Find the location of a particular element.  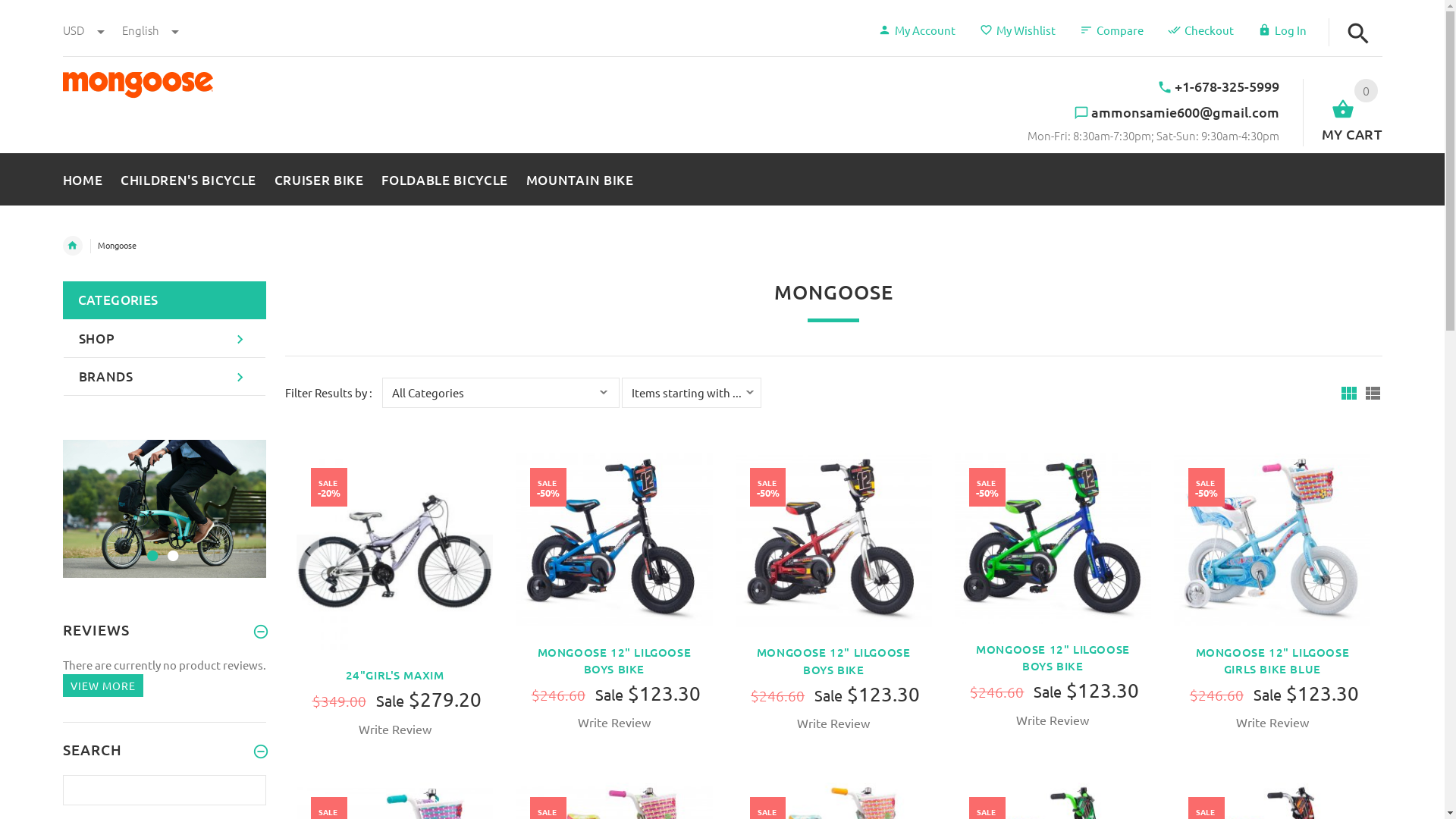

'HOME' is located at coordinates (86, 175).